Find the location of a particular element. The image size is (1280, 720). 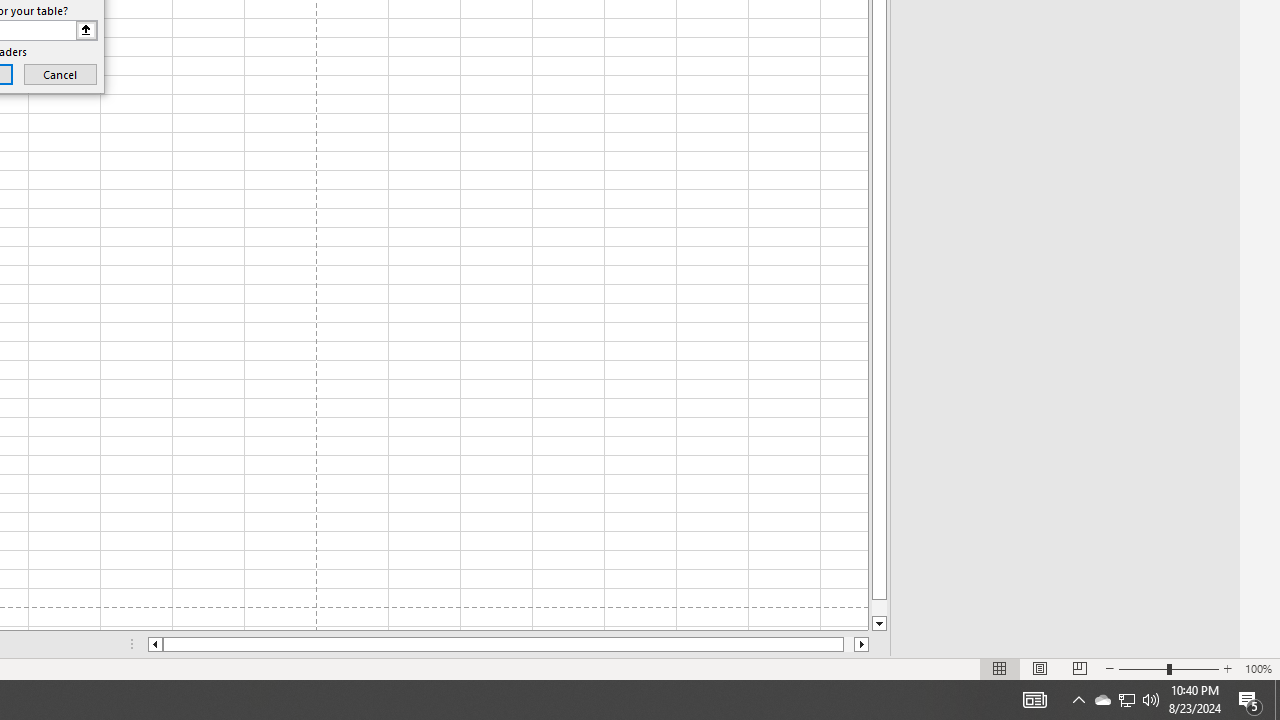

'Column left' is located at coordinates (153, 644).